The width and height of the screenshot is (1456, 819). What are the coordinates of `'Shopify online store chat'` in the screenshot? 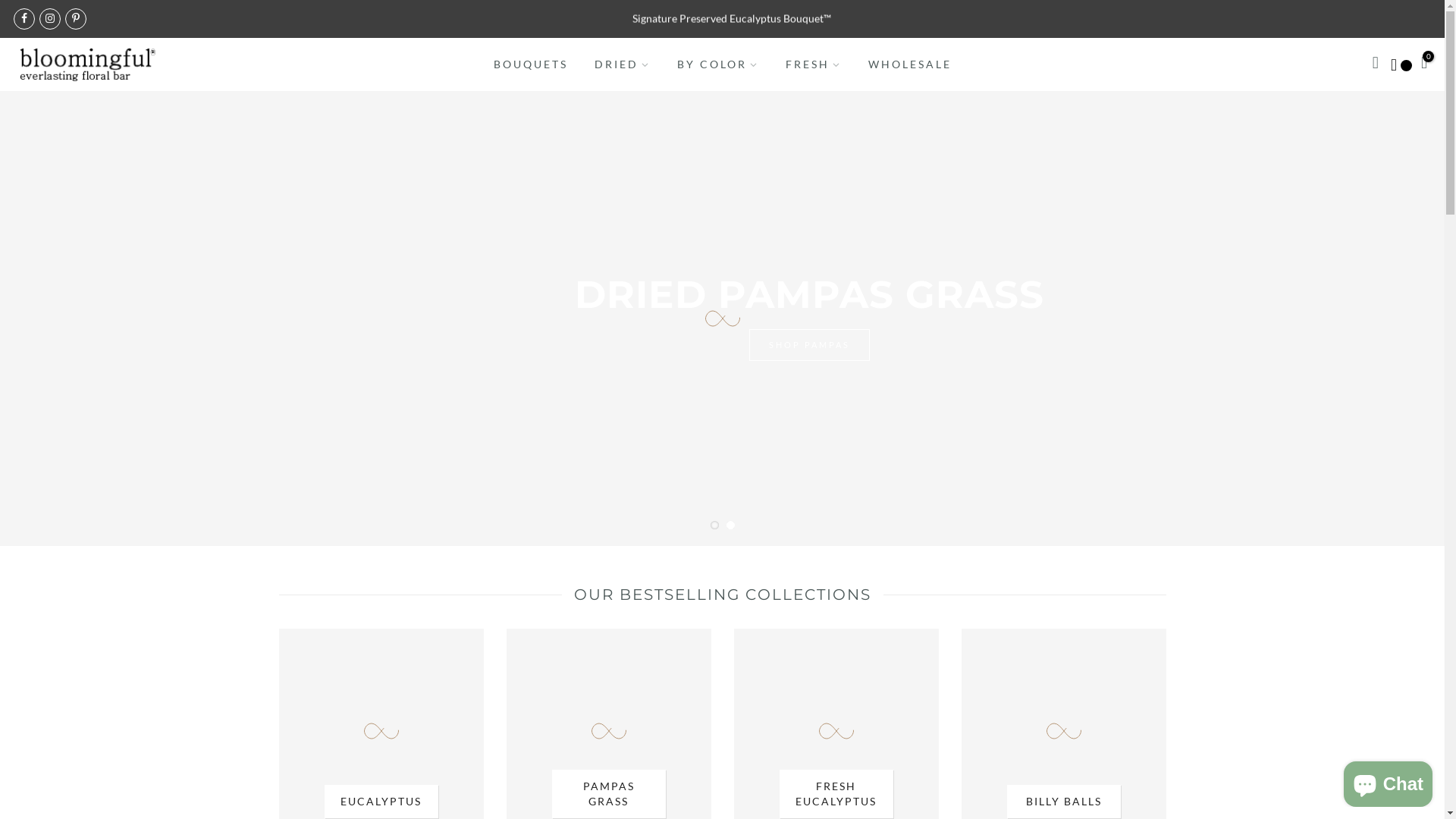 It's located at (1388, 780).